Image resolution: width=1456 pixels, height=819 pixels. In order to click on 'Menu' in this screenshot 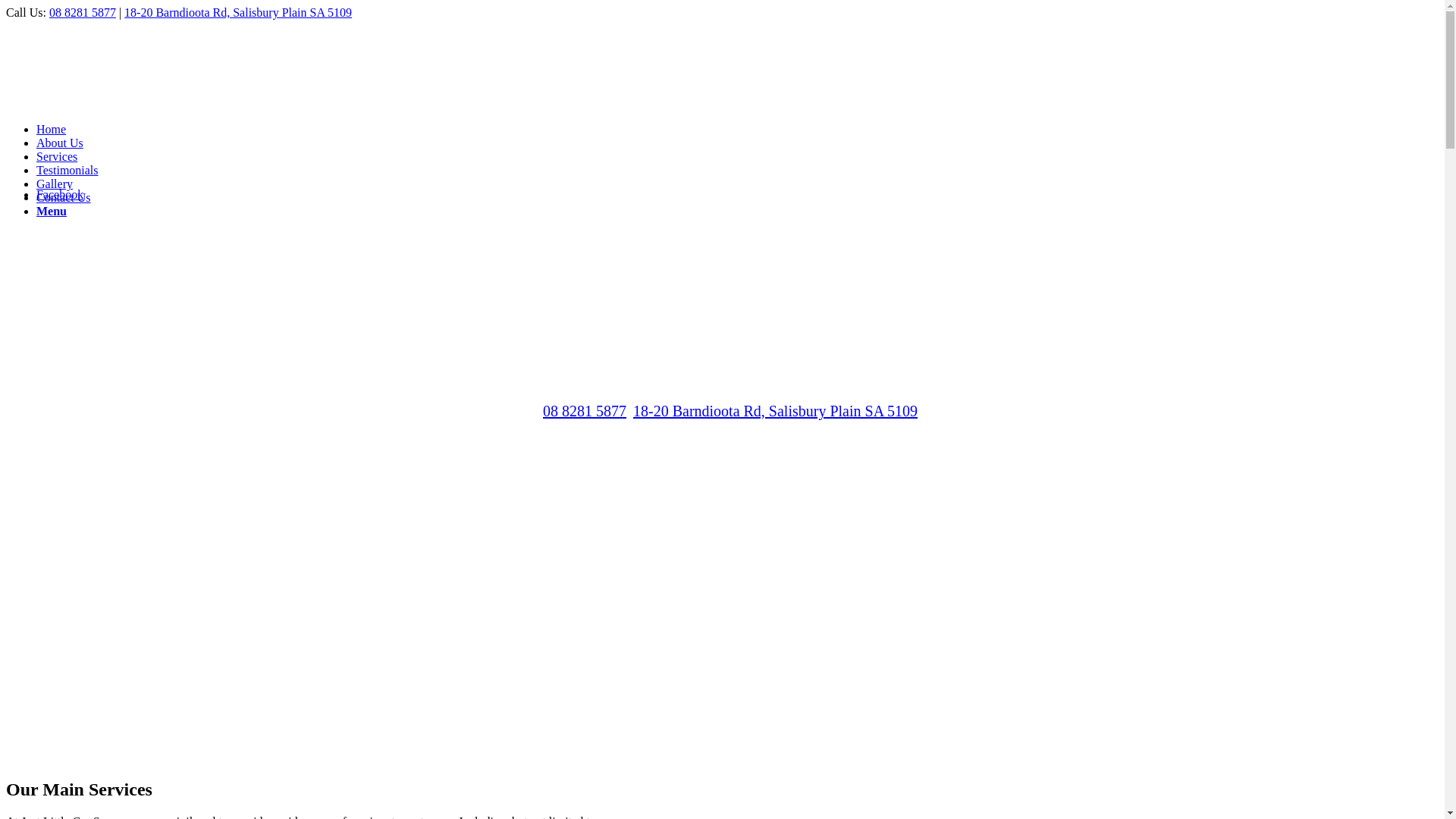, I will do `click(51, 211)`.